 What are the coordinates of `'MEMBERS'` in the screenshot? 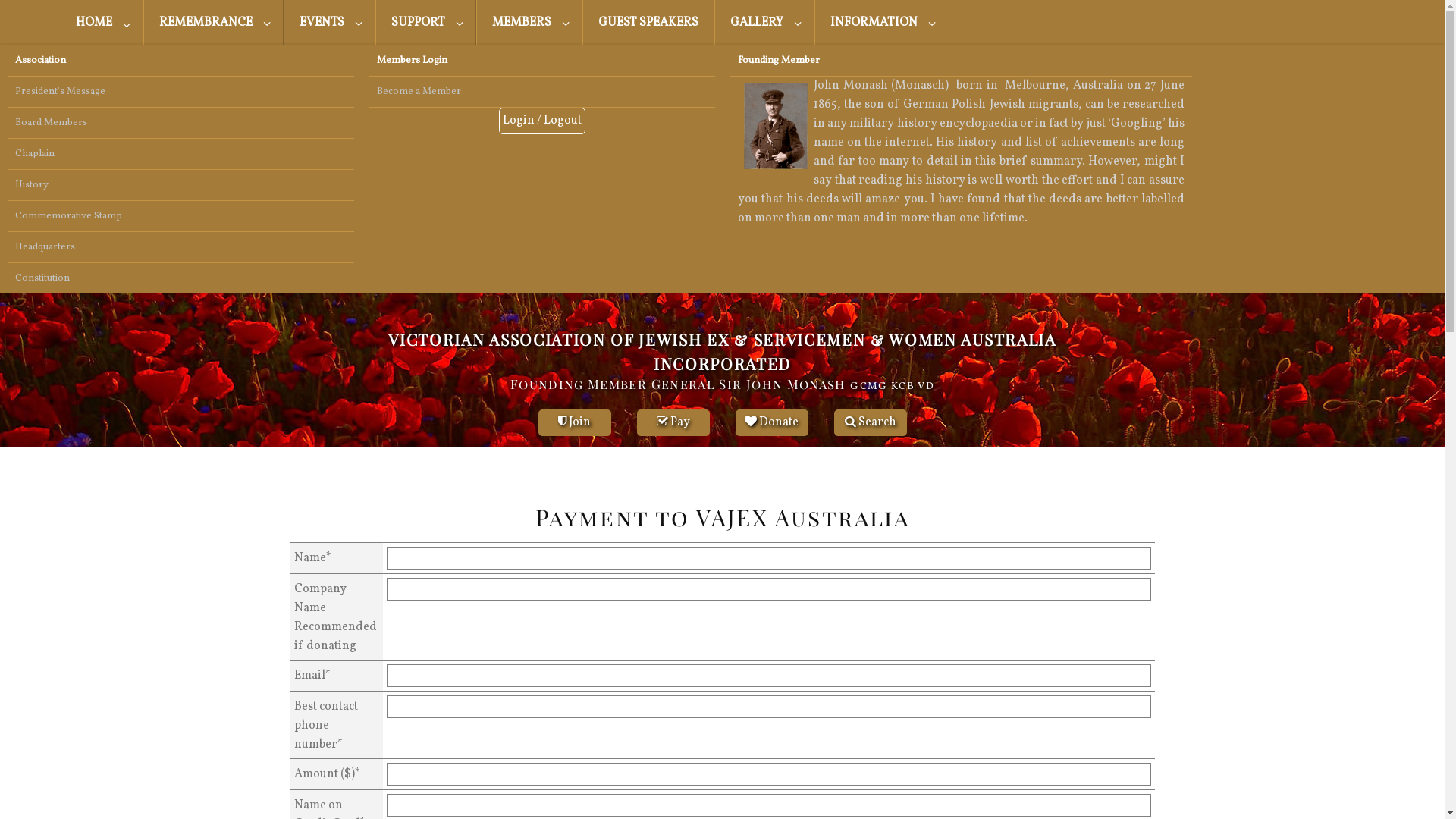 It's located at (529, 23).